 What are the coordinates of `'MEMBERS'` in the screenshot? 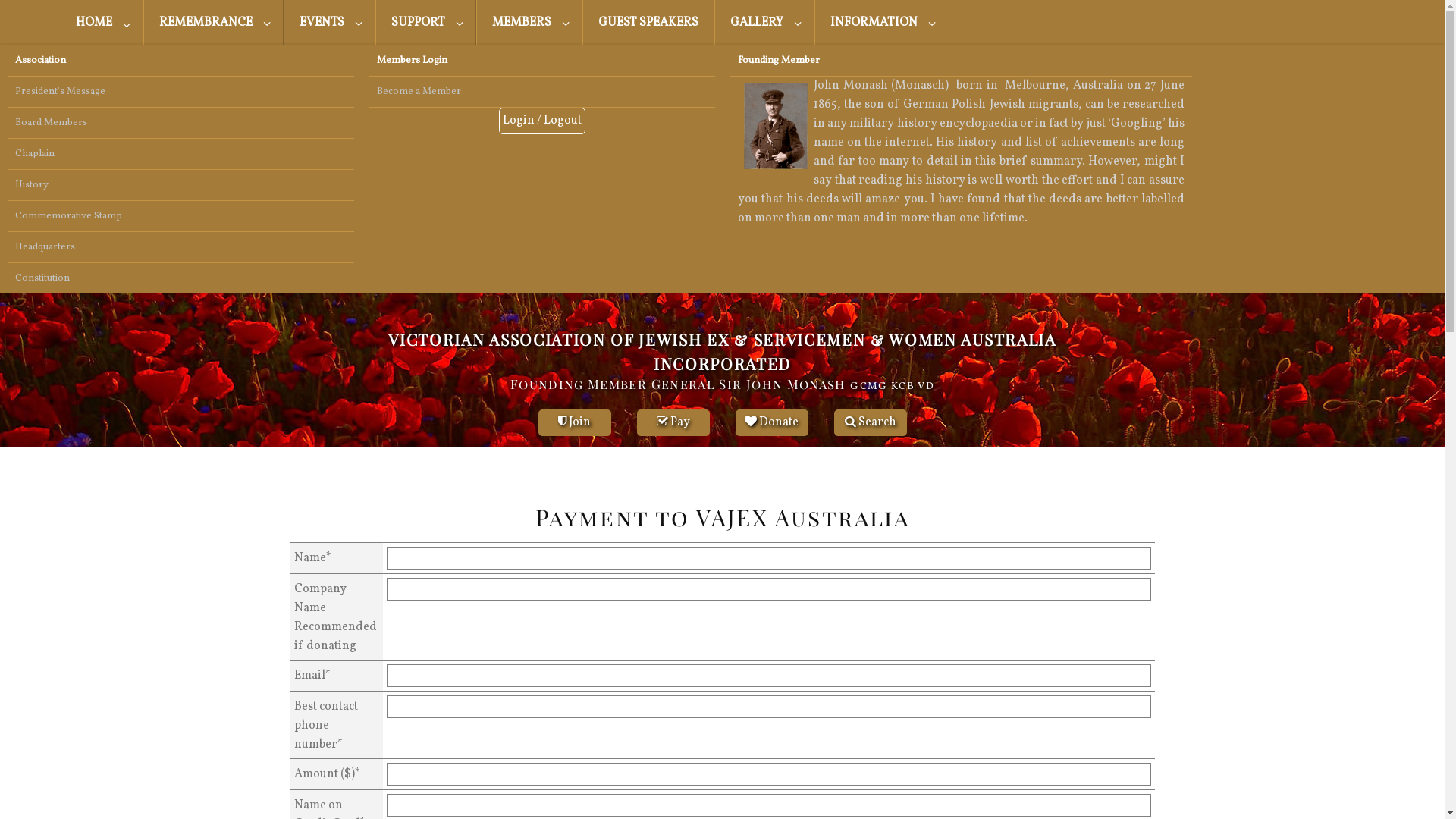 It's located at (529, 23).